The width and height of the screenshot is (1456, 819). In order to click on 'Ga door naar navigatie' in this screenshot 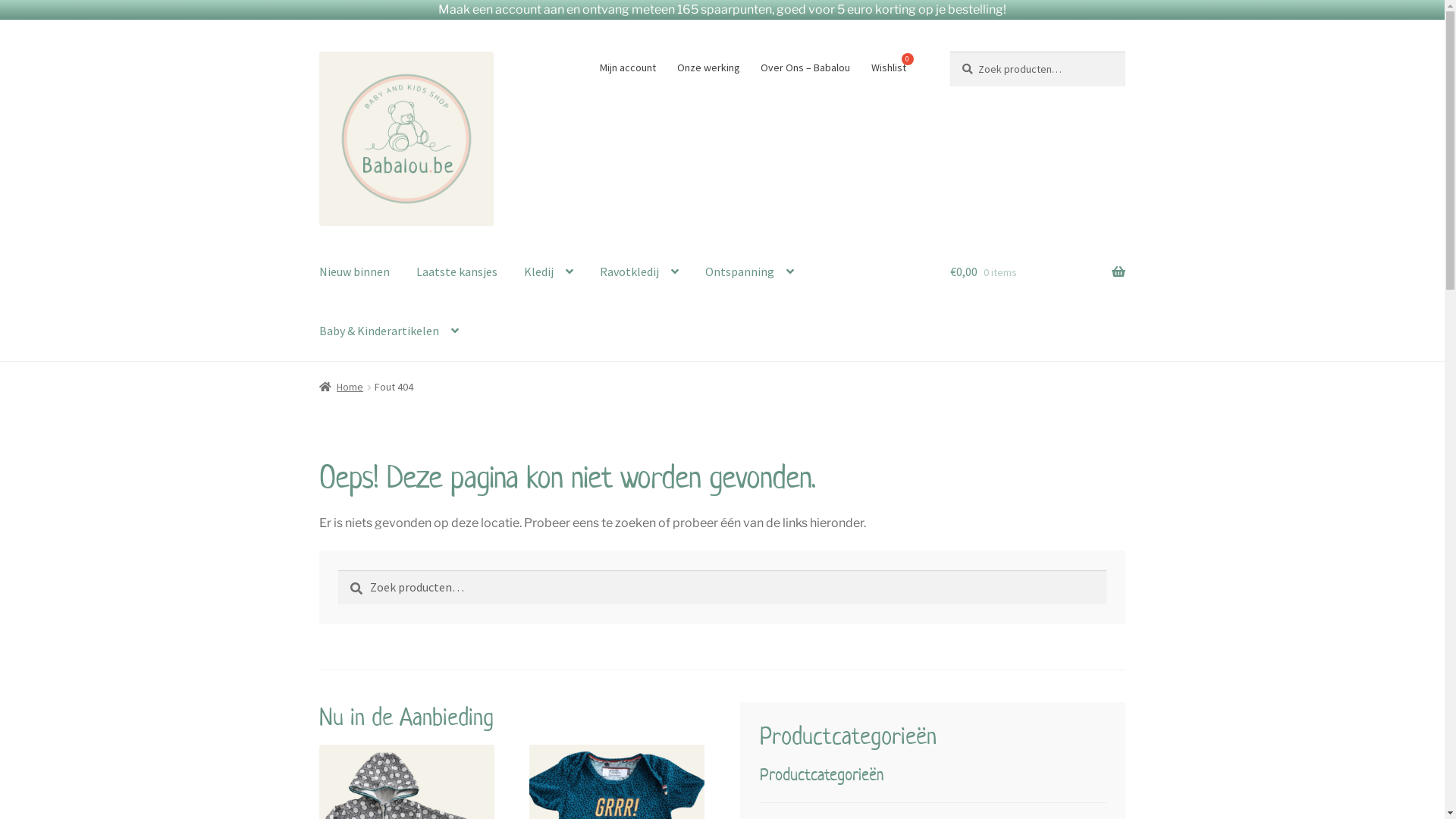, I will do `click(318, 50)`.